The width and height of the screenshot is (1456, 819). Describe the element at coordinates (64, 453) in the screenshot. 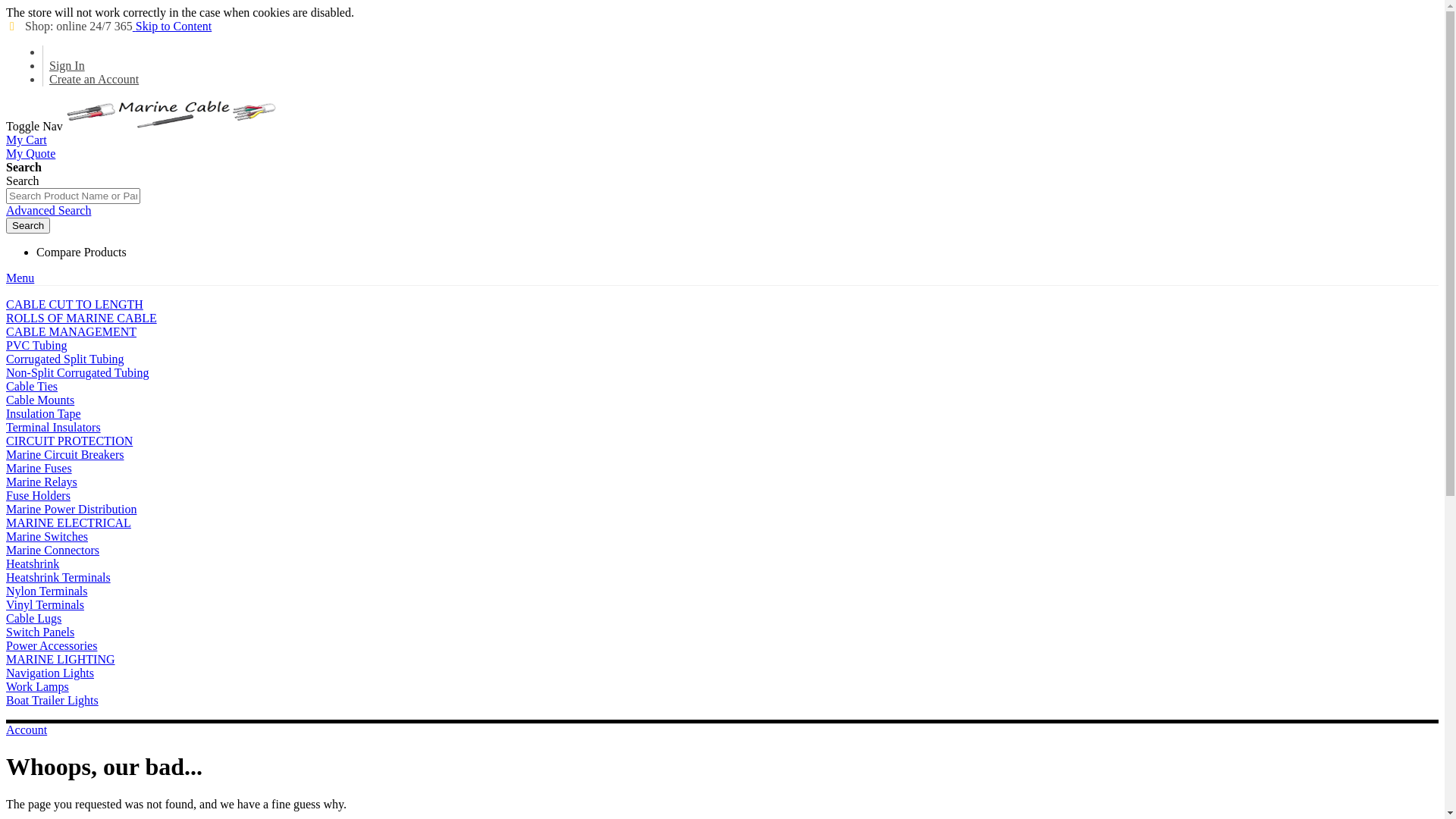

I see `'Marine Circuit Breakers'` at that location.